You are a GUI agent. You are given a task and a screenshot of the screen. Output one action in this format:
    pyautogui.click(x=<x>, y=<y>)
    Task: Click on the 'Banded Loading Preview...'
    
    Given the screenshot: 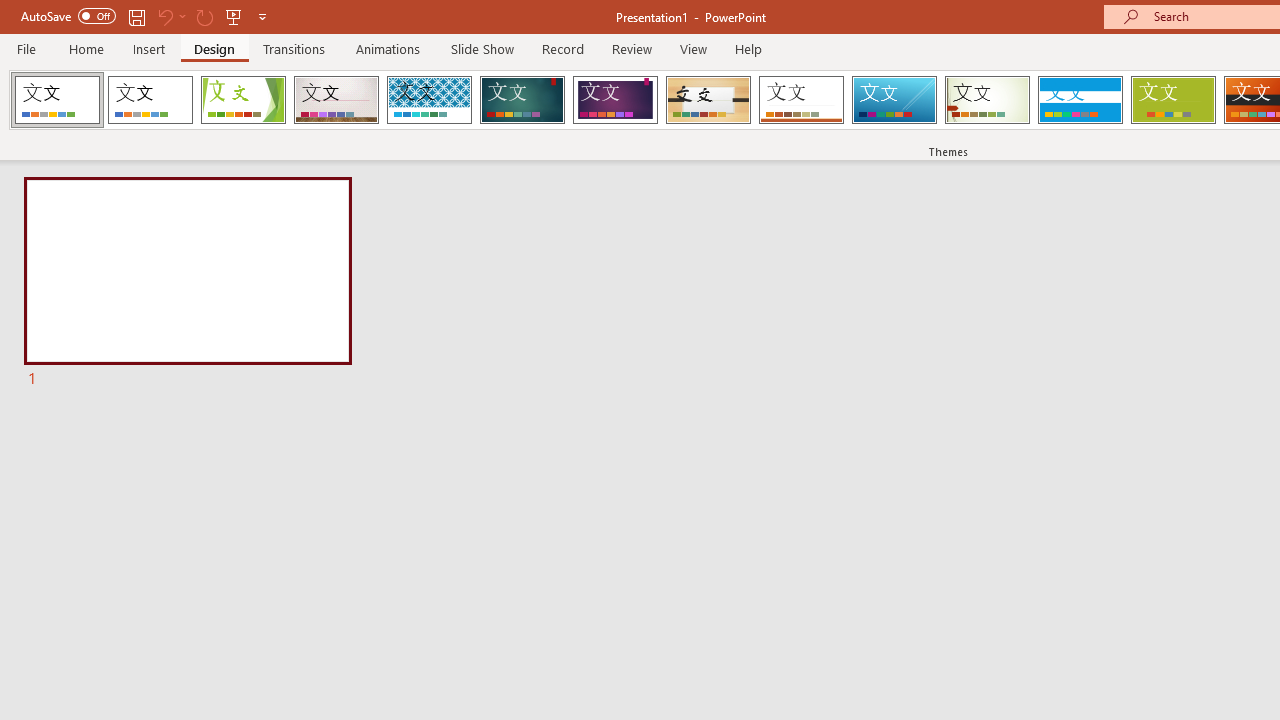 What is the action you would take?
    pyautogui.click(x=1079, y=100)
    